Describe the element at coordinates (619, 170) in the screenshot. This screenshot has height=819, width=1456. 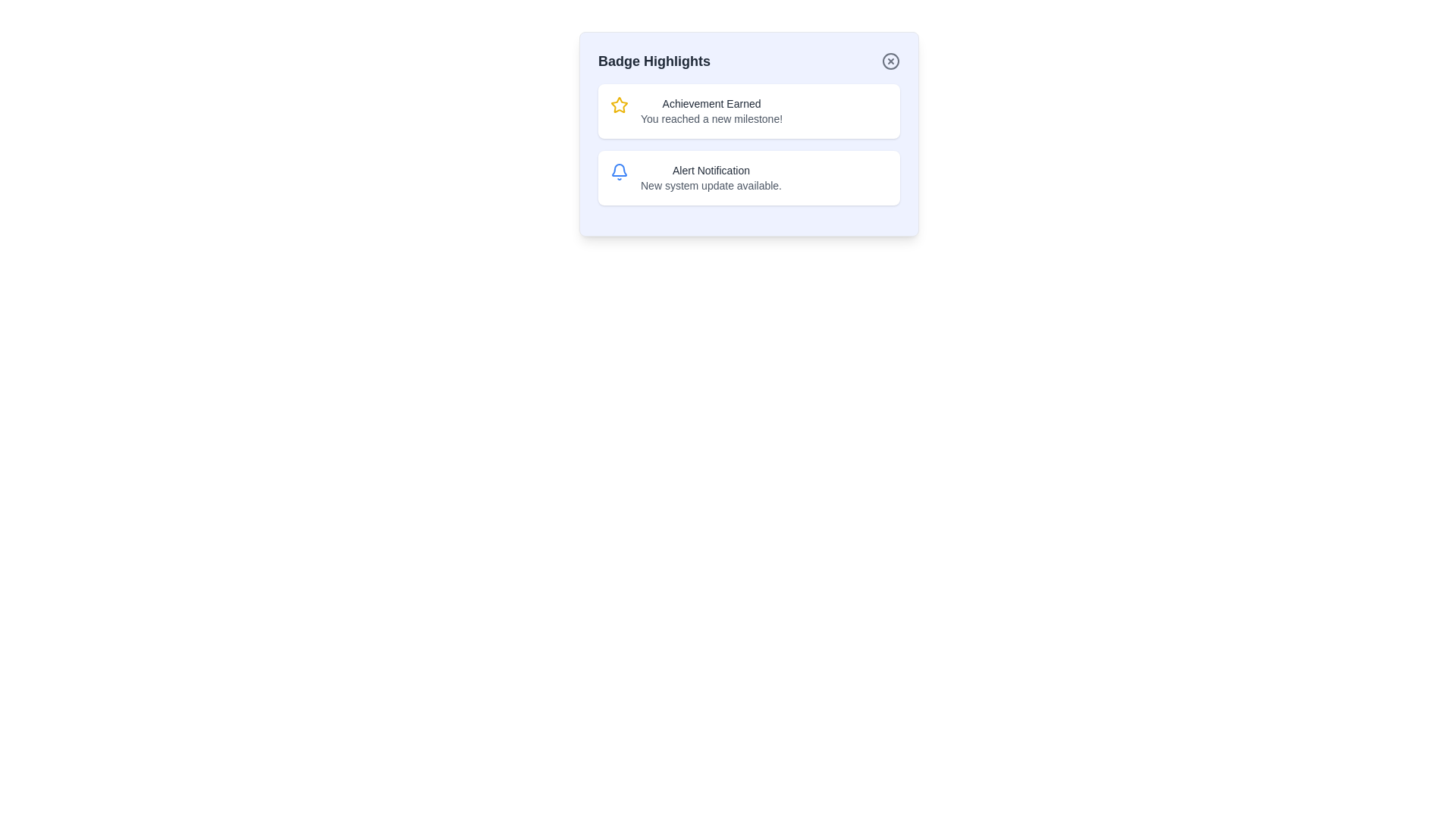
I see `the visual representation of the notification bell icon located in the middle-left region of the 'Badge Highlights' card, specifically positioned below the star icon` at that location.